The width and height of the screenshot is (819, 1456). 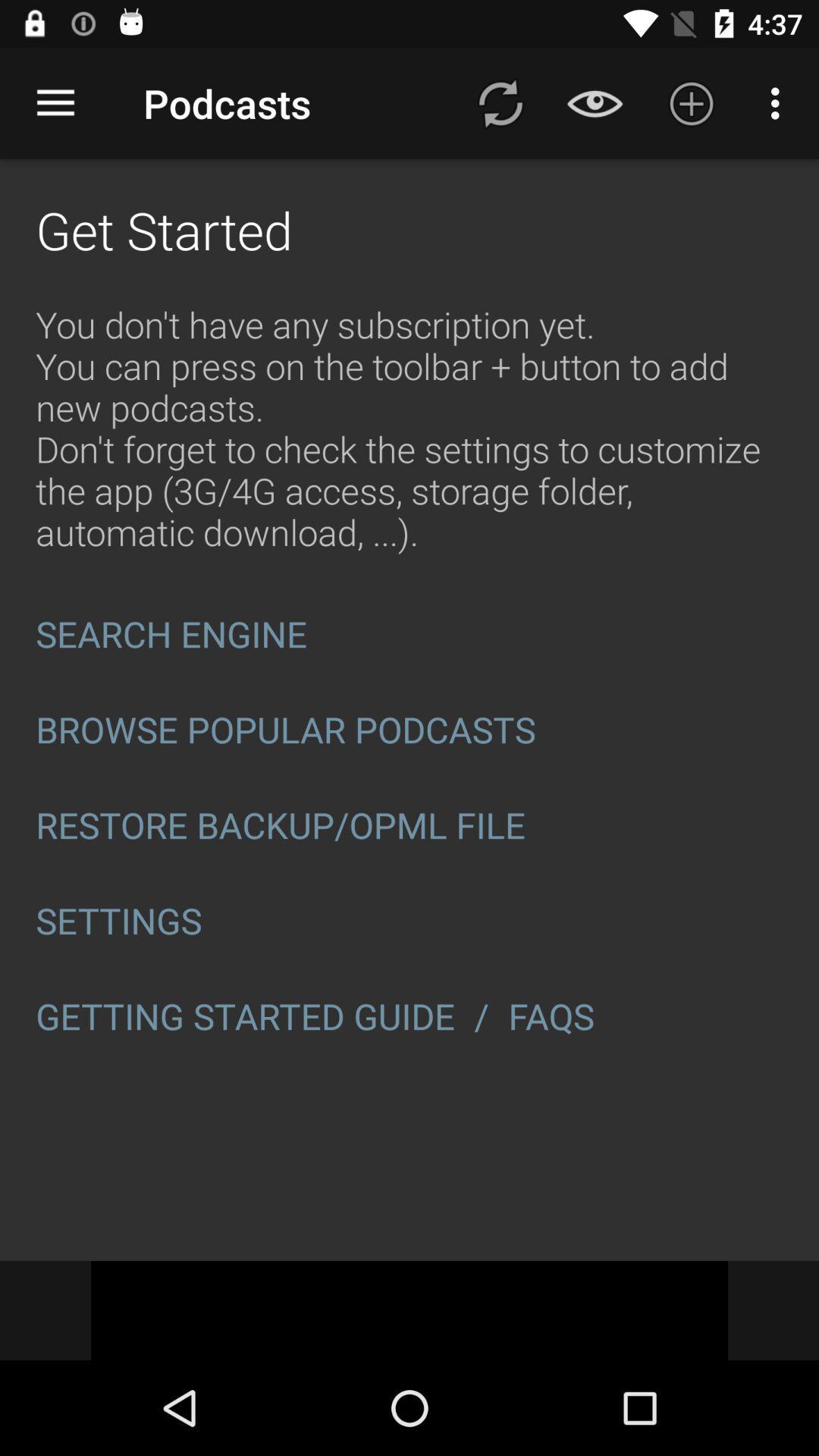 I want to click on icon at the bottom left corner, so click(x=244, y=1016).